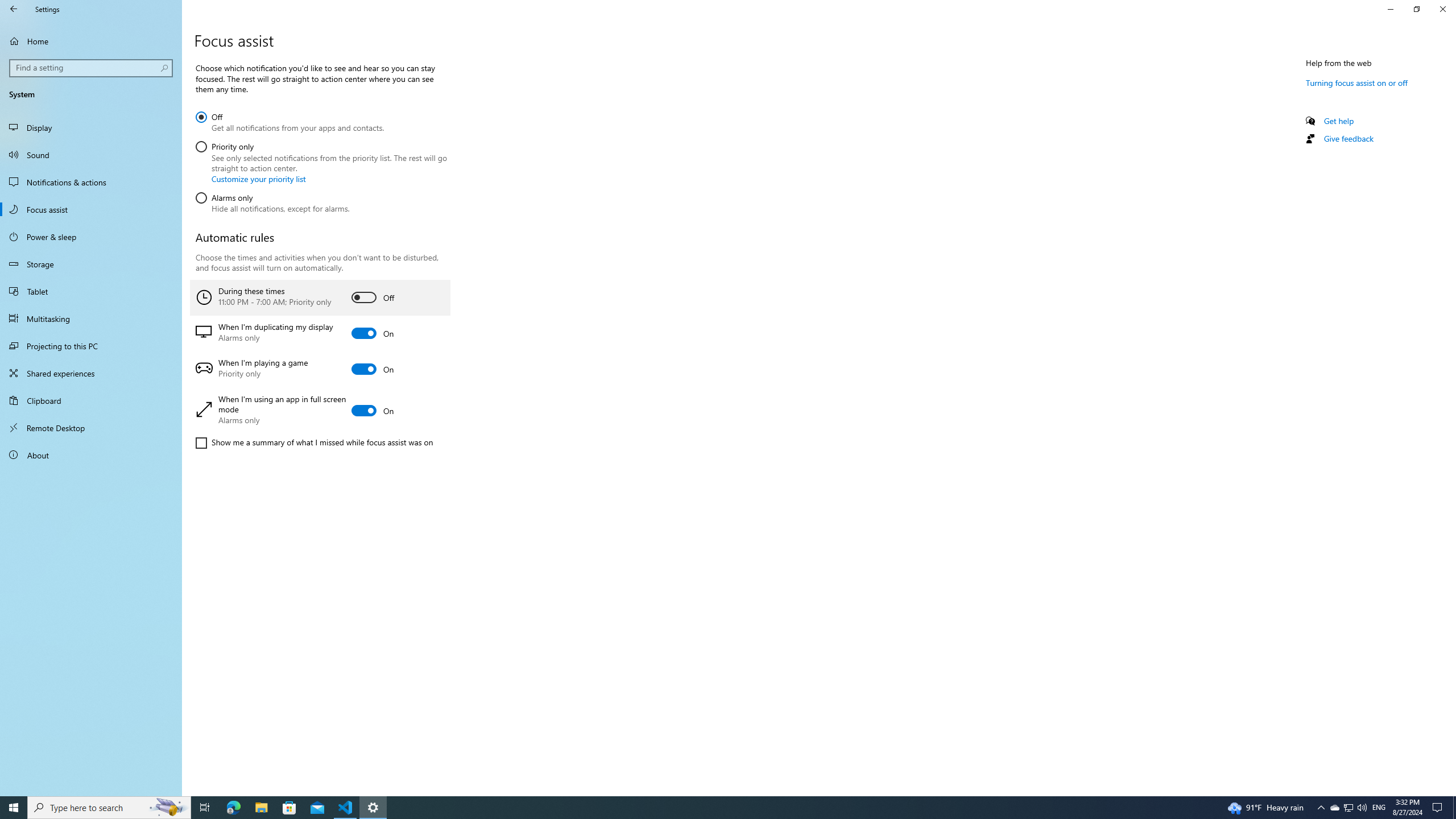 This screenshot has height=819, width=1456. What do you see at coordinates (167, 806) in the screenshot?
I see `'Search highlights icon opens search home window'` at bounding box center [167, 806].